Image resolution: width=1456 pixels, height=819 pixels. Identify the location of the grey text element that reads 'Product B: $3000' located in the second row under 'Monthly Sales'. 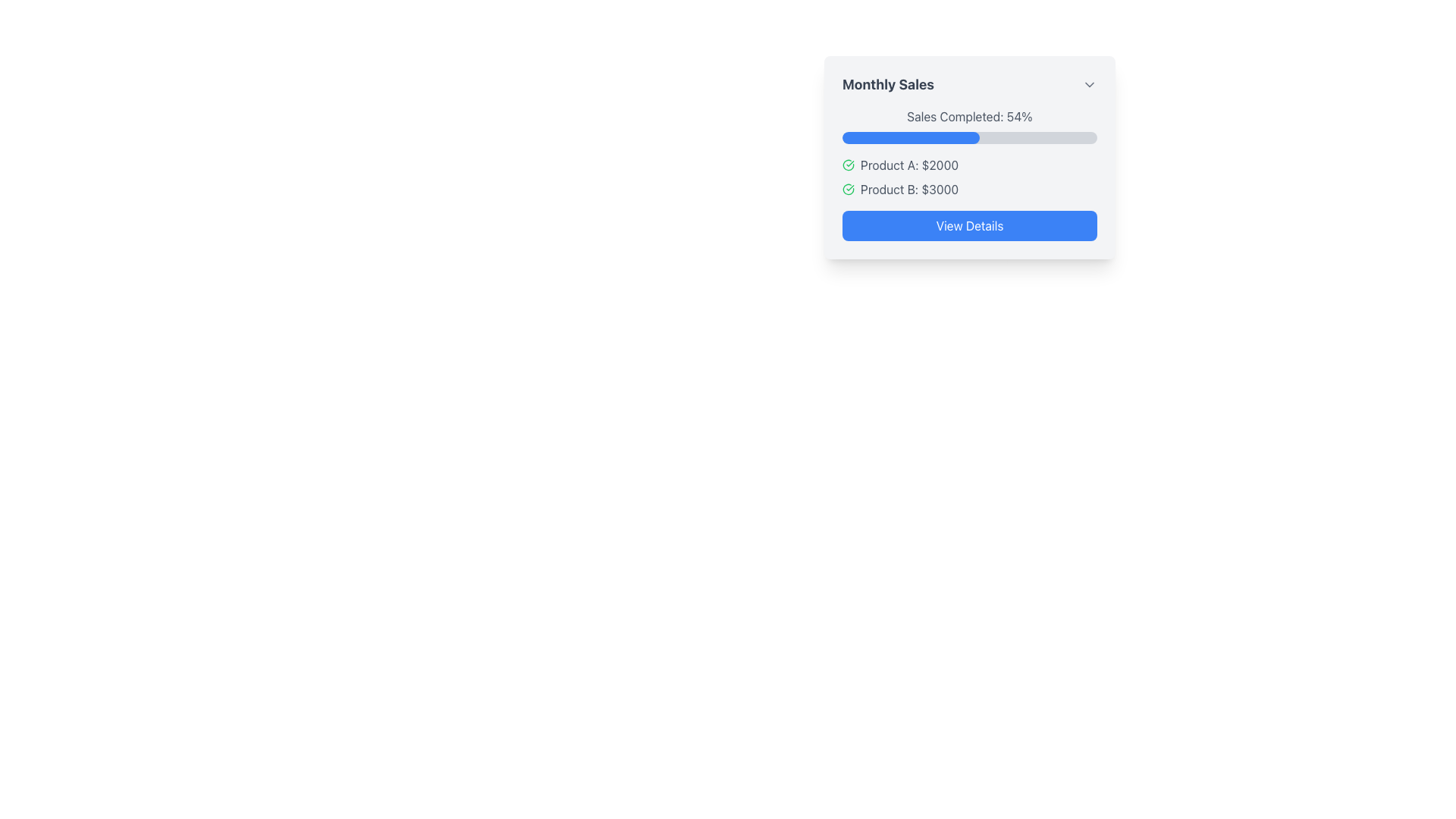
(909, 189).